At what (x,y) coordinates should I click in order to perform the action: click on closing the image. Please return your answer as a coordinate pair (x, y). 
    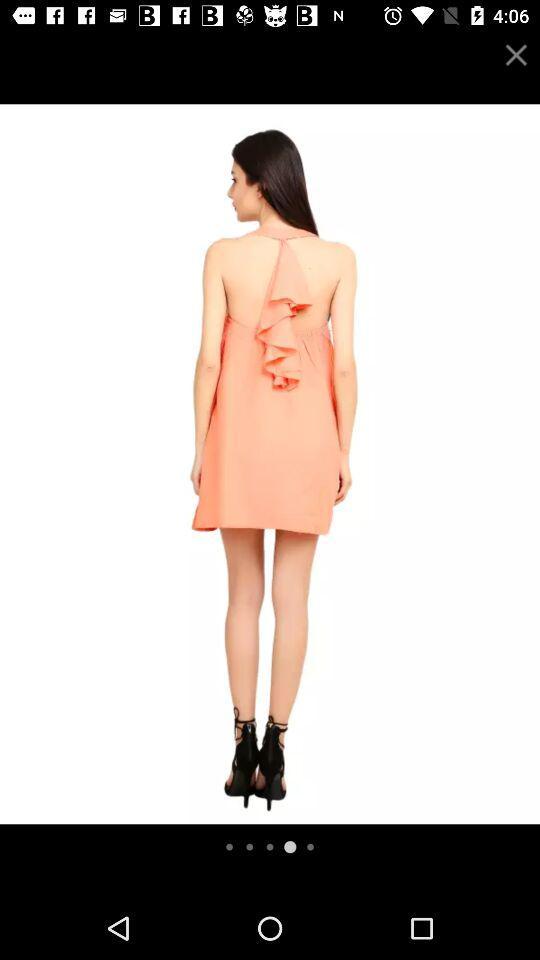
    Looking at the image, I should click on (516, 54).